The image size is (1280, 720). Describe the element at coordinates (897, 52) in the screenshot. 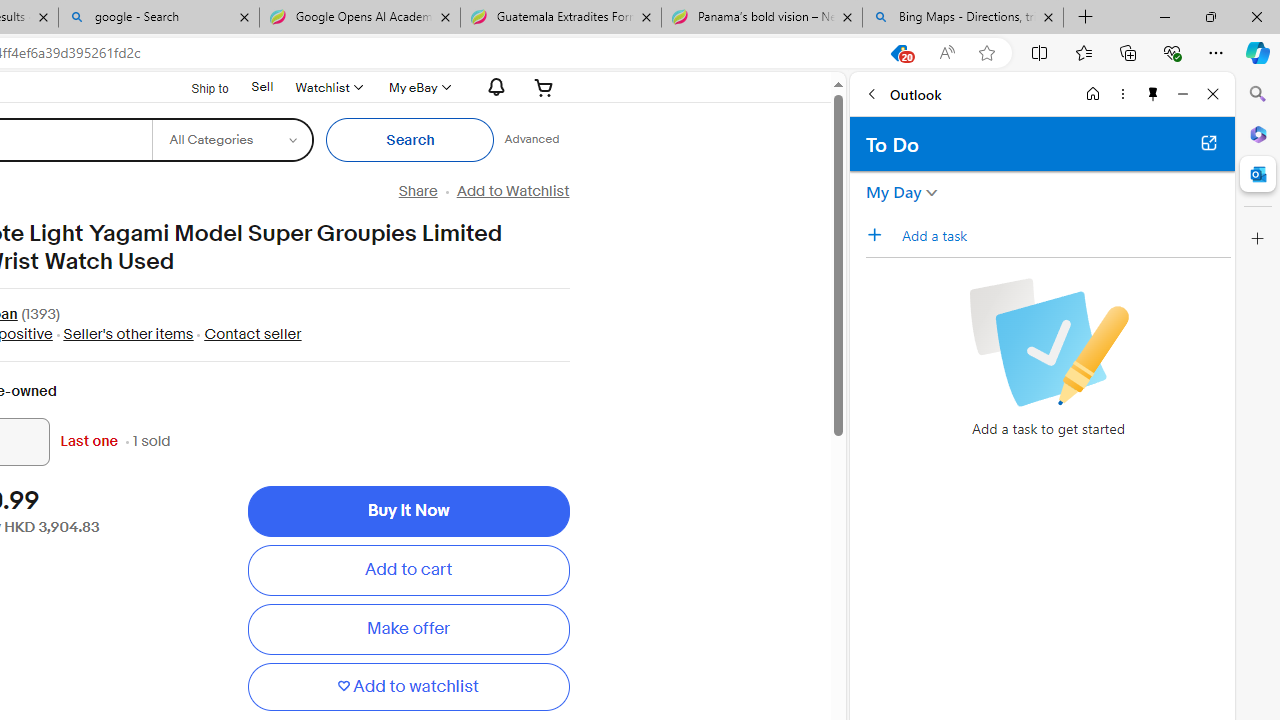

I see `'This site has coupons! Shopping in Microsoft Edge, 20'` at that location.